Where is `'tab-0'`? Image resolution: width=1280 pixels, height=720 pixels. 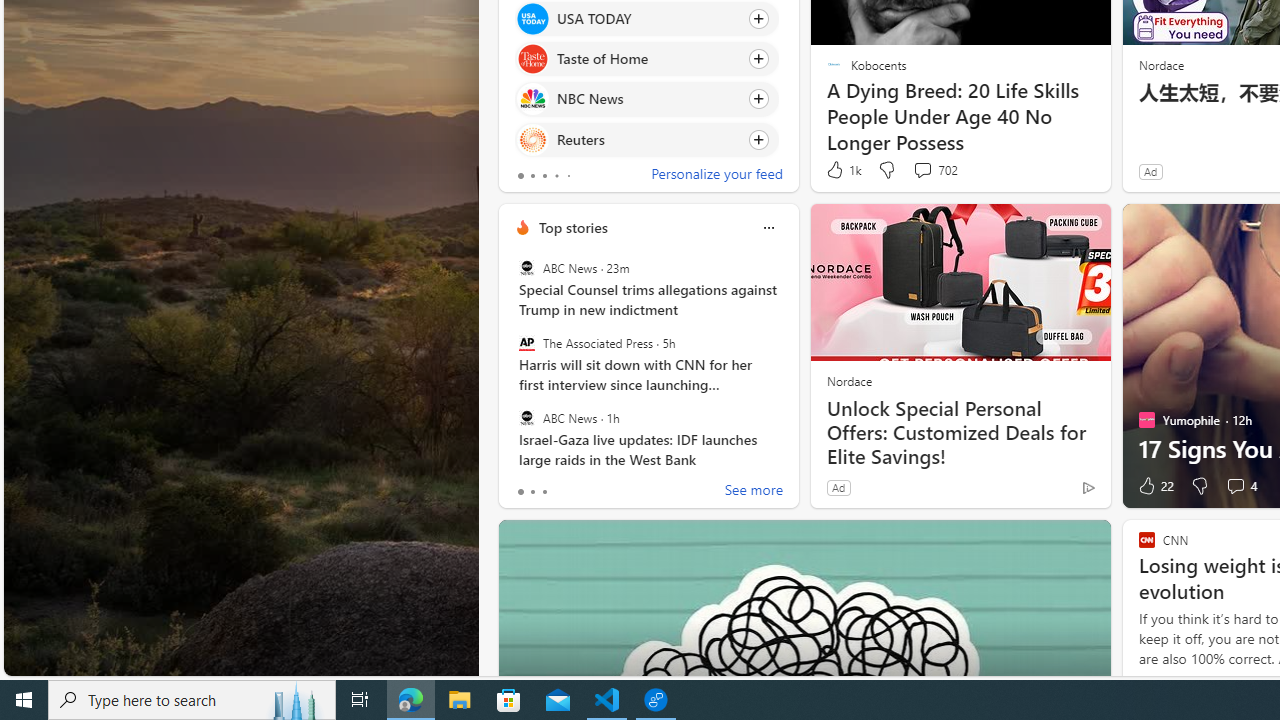
'tab-0' is located at coordinates (520, 492).